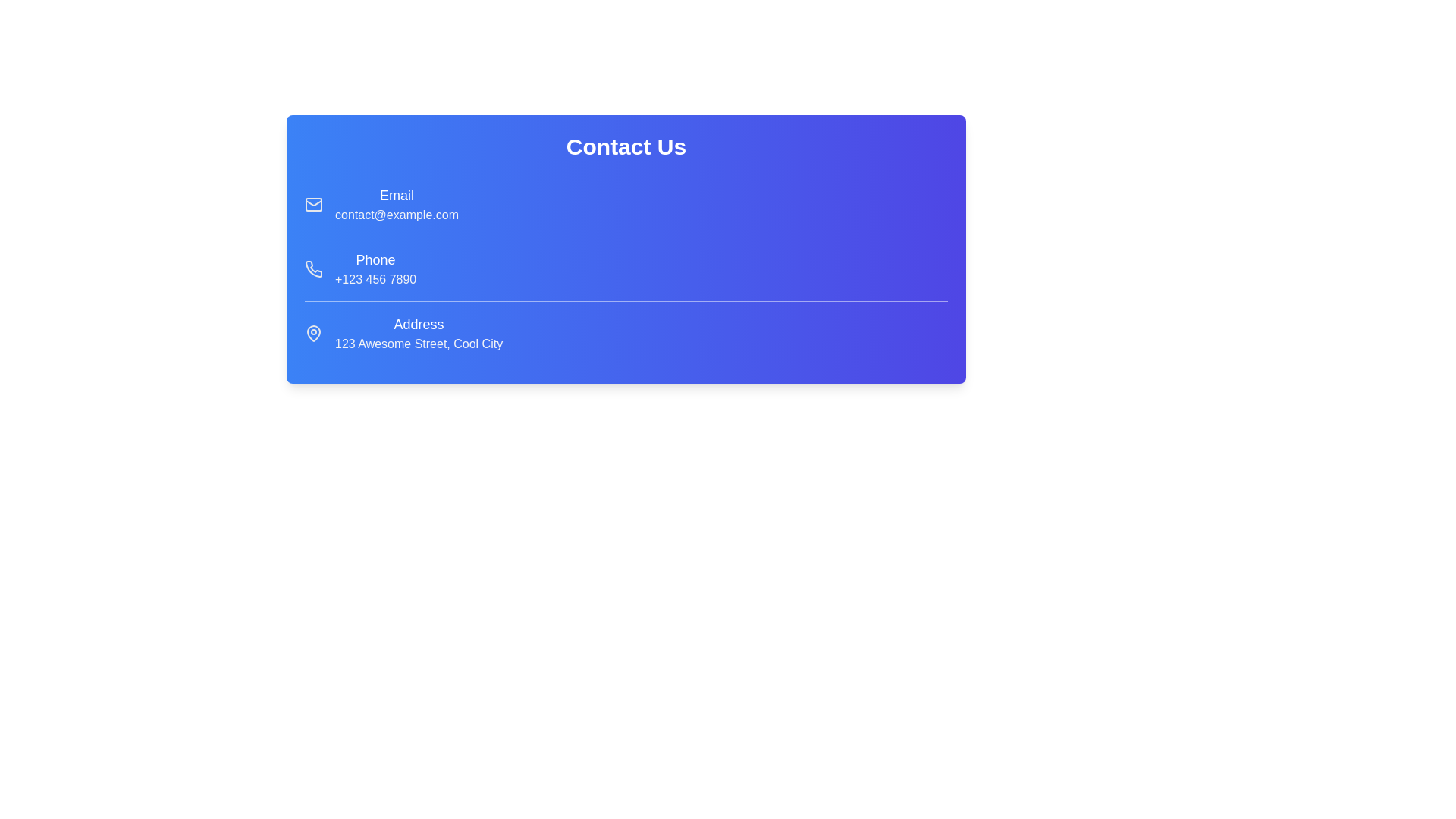 The width and height of the screenshot is (1456, 819). What do you see at coordinates (626, 146) in the screenshot?
I see `text of the heading element located at the top of the section, which indicates the purpose of the information below it` at bounding box center [626, 146].